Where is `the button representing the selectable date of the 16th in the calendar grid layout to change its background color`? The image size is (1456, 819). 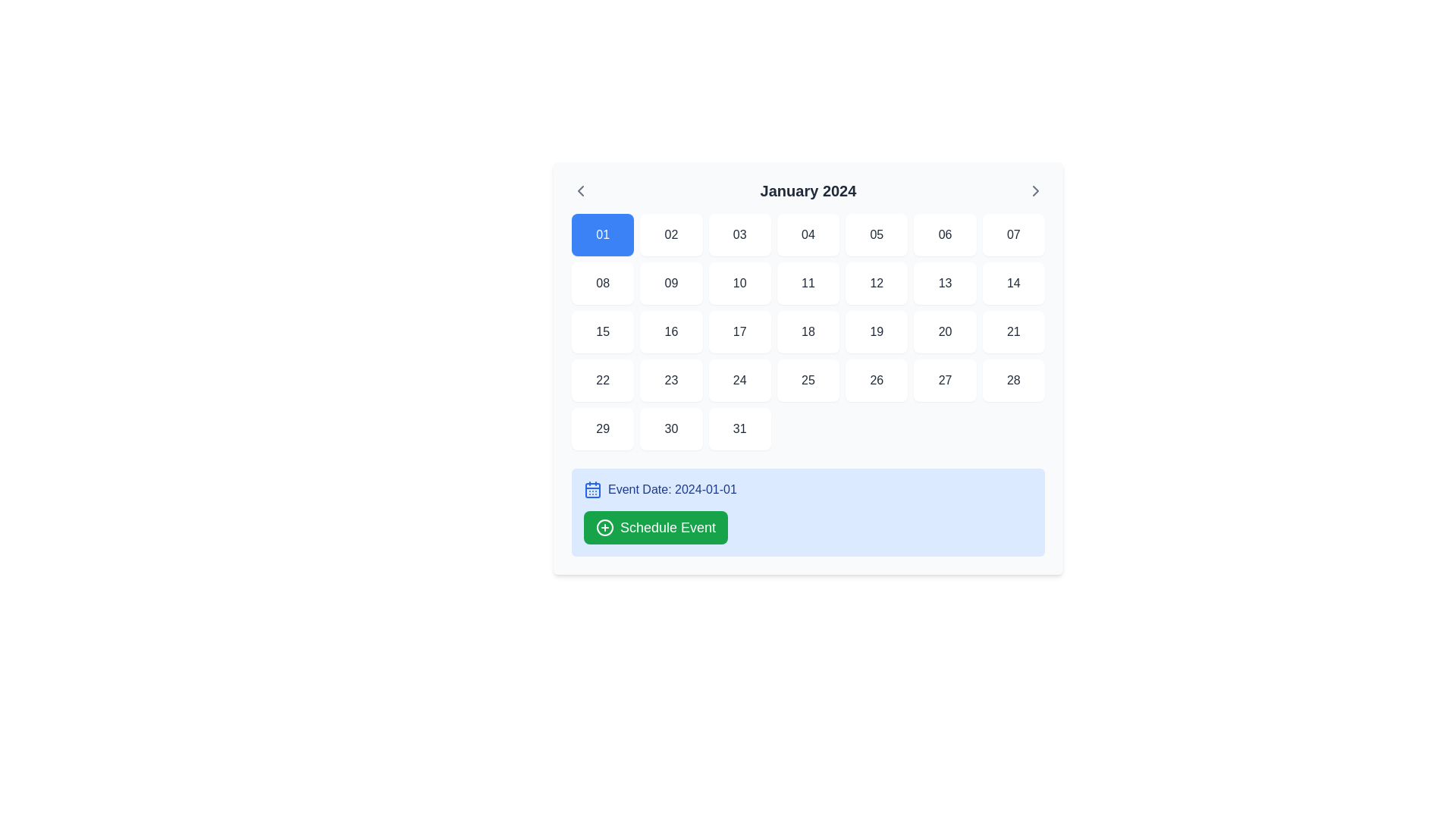 the button representing the selectable date of the 16th in the calendar grid layout to change its background color is located at coordinates (670, 331).